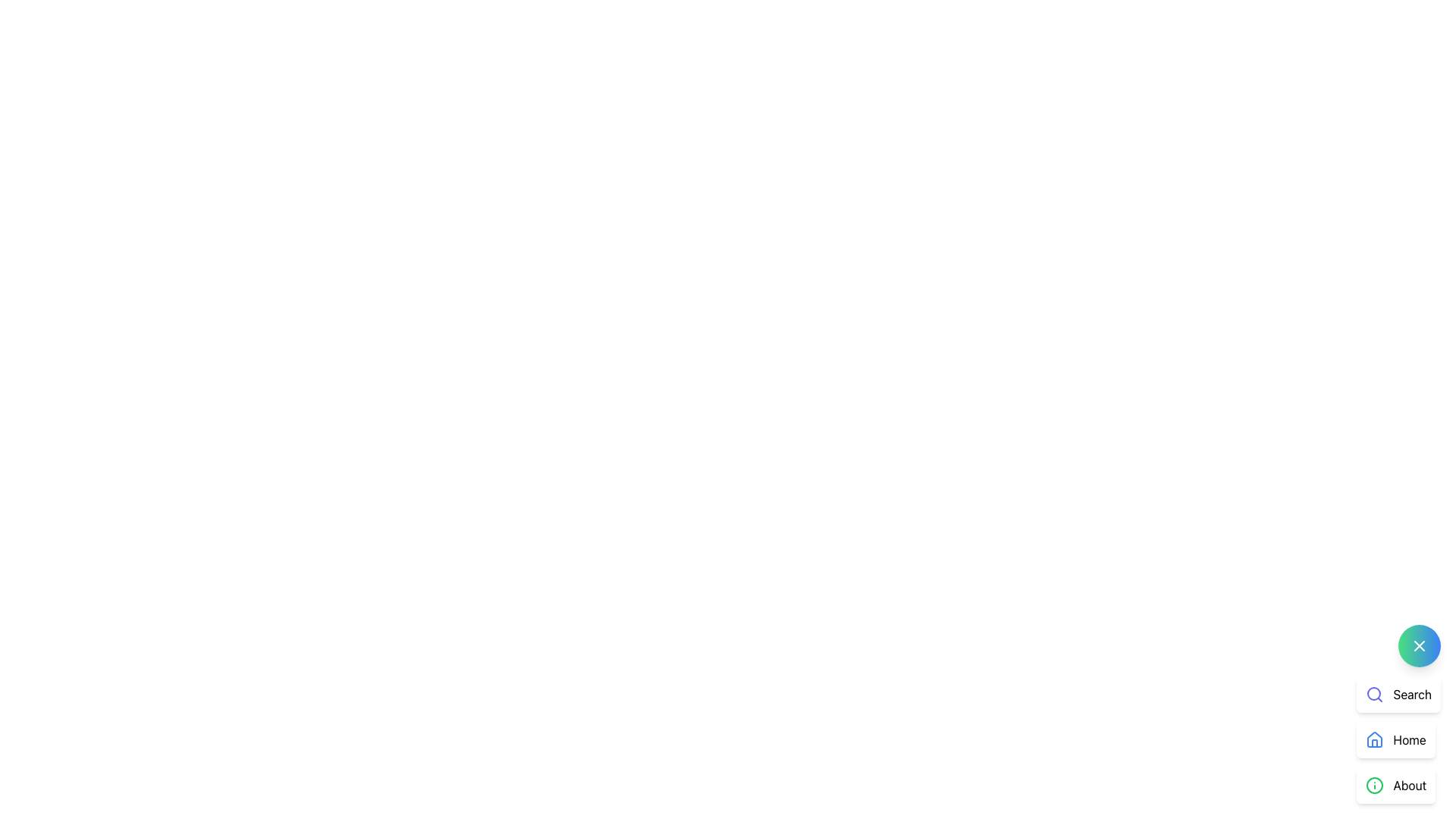 This screenshot has height=819, width=1456. Describe the element at coordinates (1398, 694) in the screenshot. I see `the topmost button in the vertical stack located in the bottom-right corner of the interface` at that location.